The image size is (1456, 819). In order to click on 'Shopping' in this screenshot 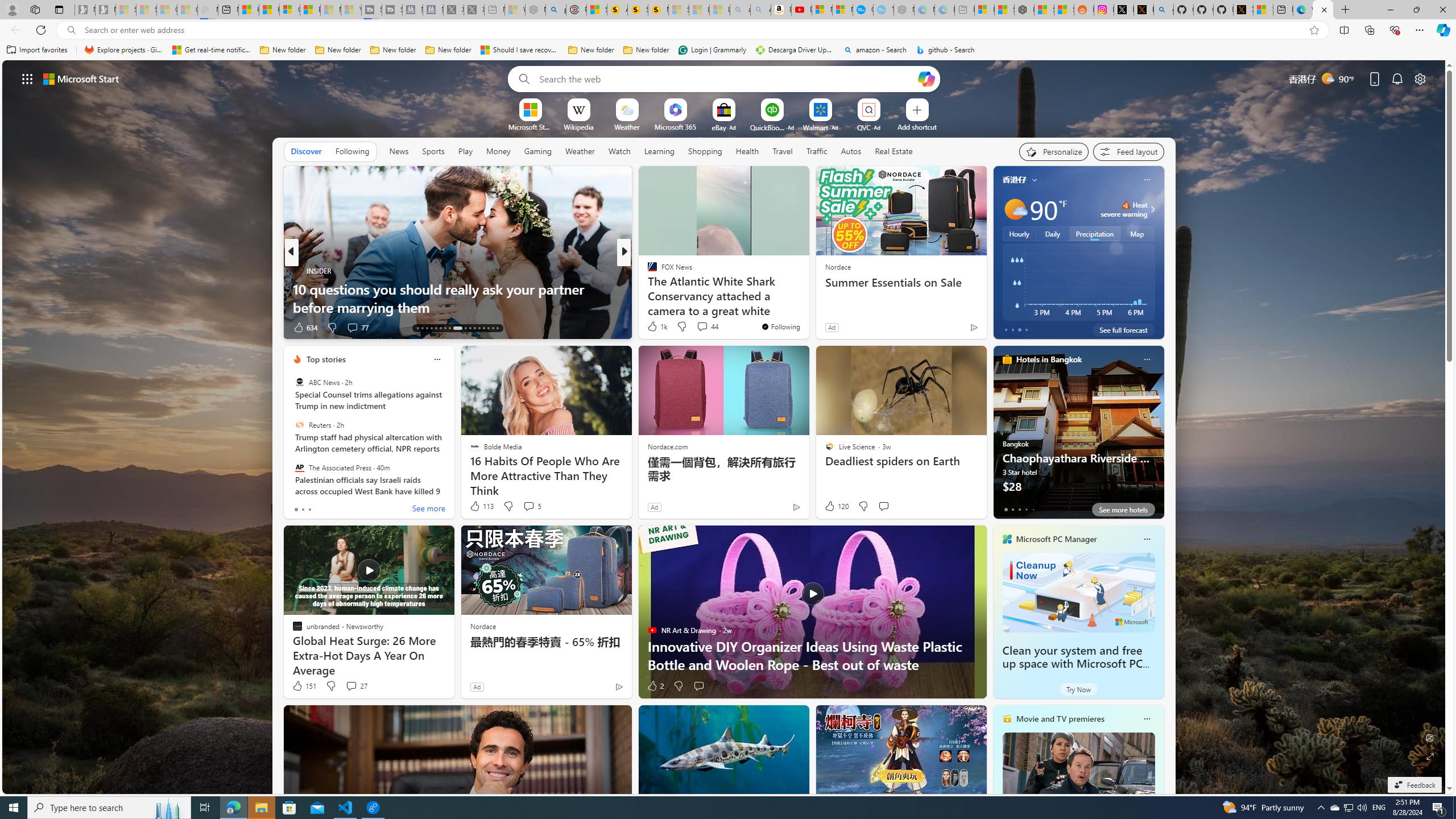, I will do `click(705, 151)`.